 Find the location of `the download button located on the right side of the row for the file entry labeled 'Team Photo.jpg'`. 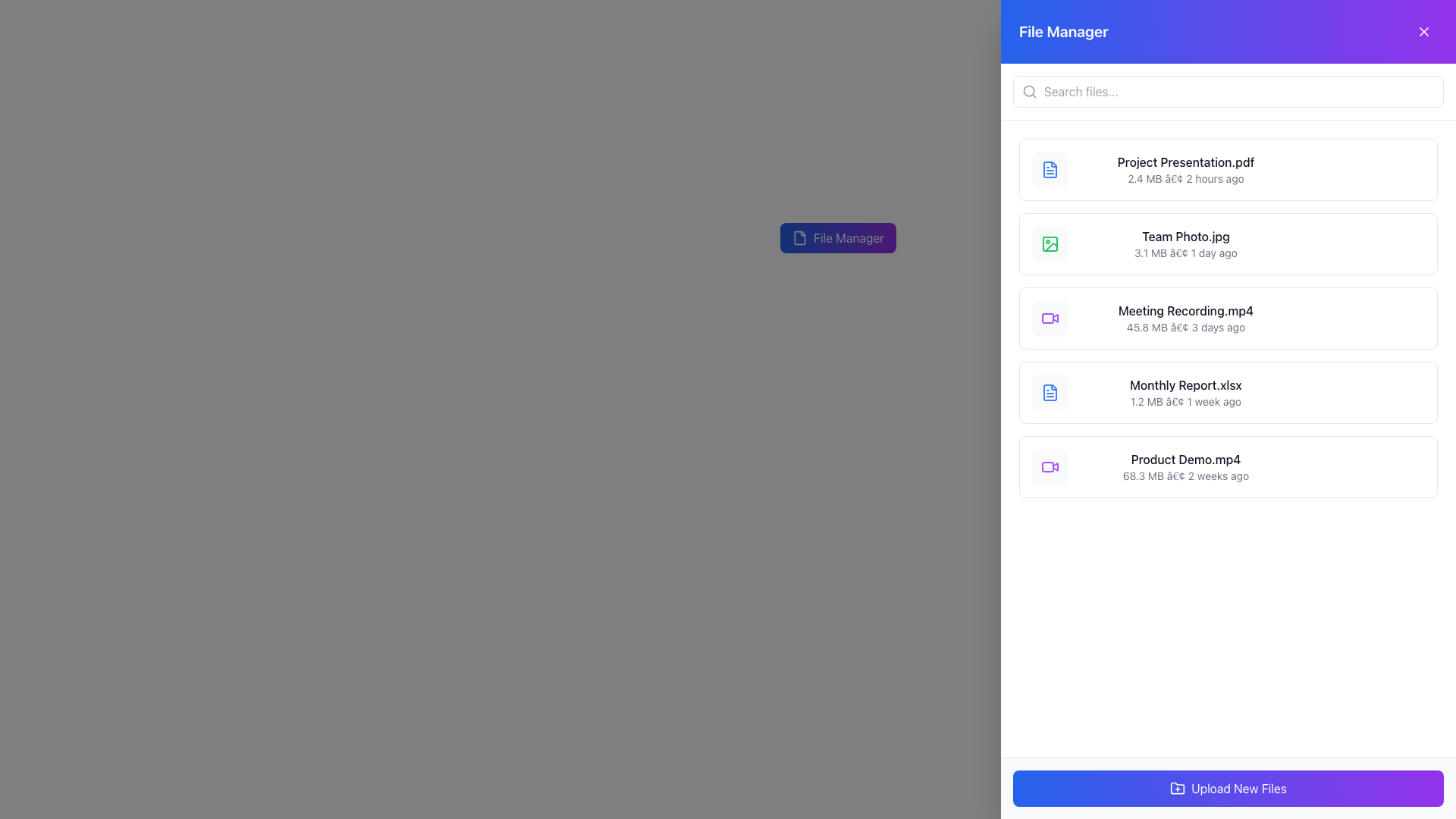

the download button located on the right side of the row for the file entry labeled 'Team Photo.jpg' is located at coordinates (1348, 243).